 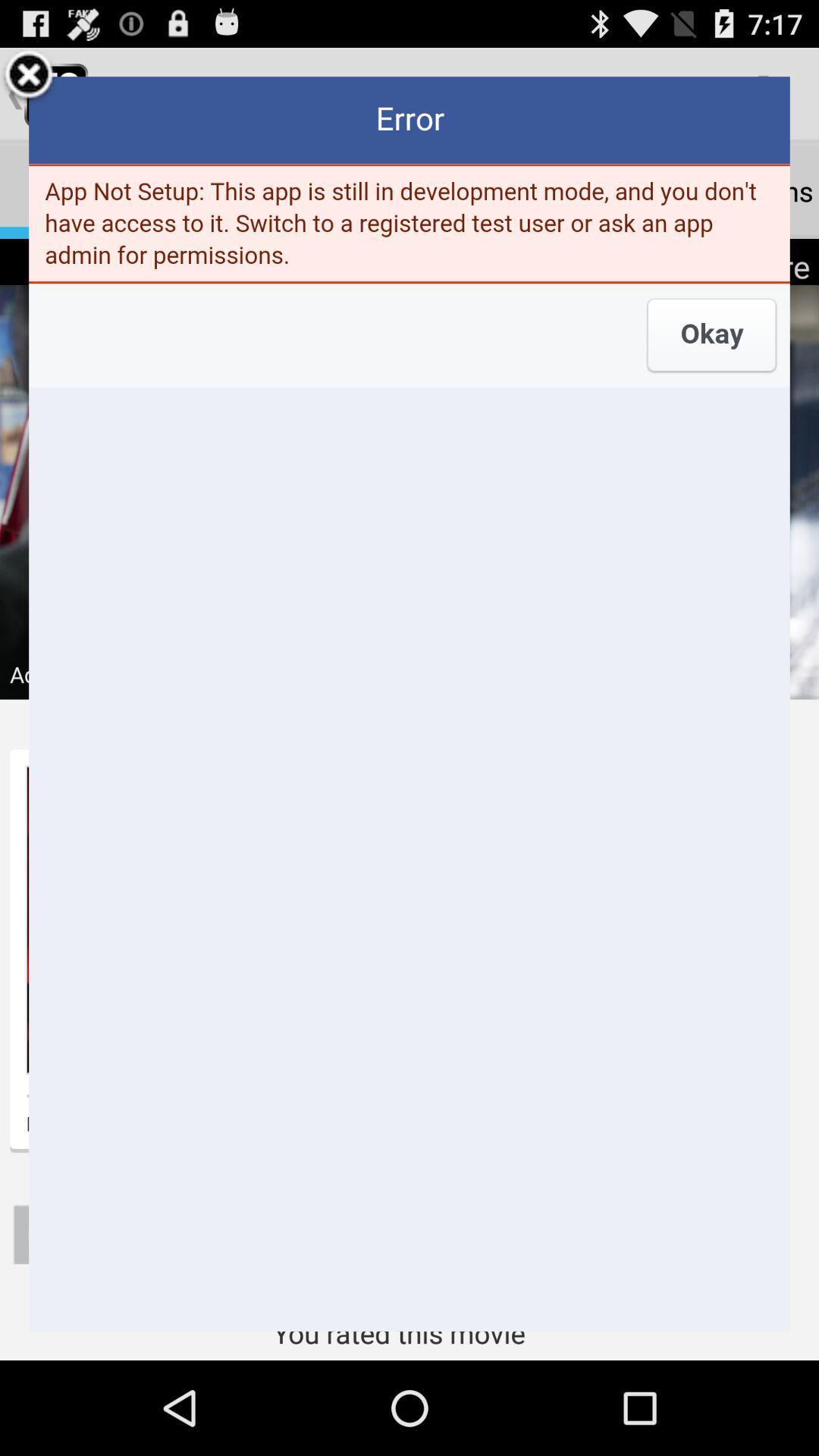 What do you see at coordinates (29, 76) in the screenshot?
I see `the box` at bounding box center [29, 76].